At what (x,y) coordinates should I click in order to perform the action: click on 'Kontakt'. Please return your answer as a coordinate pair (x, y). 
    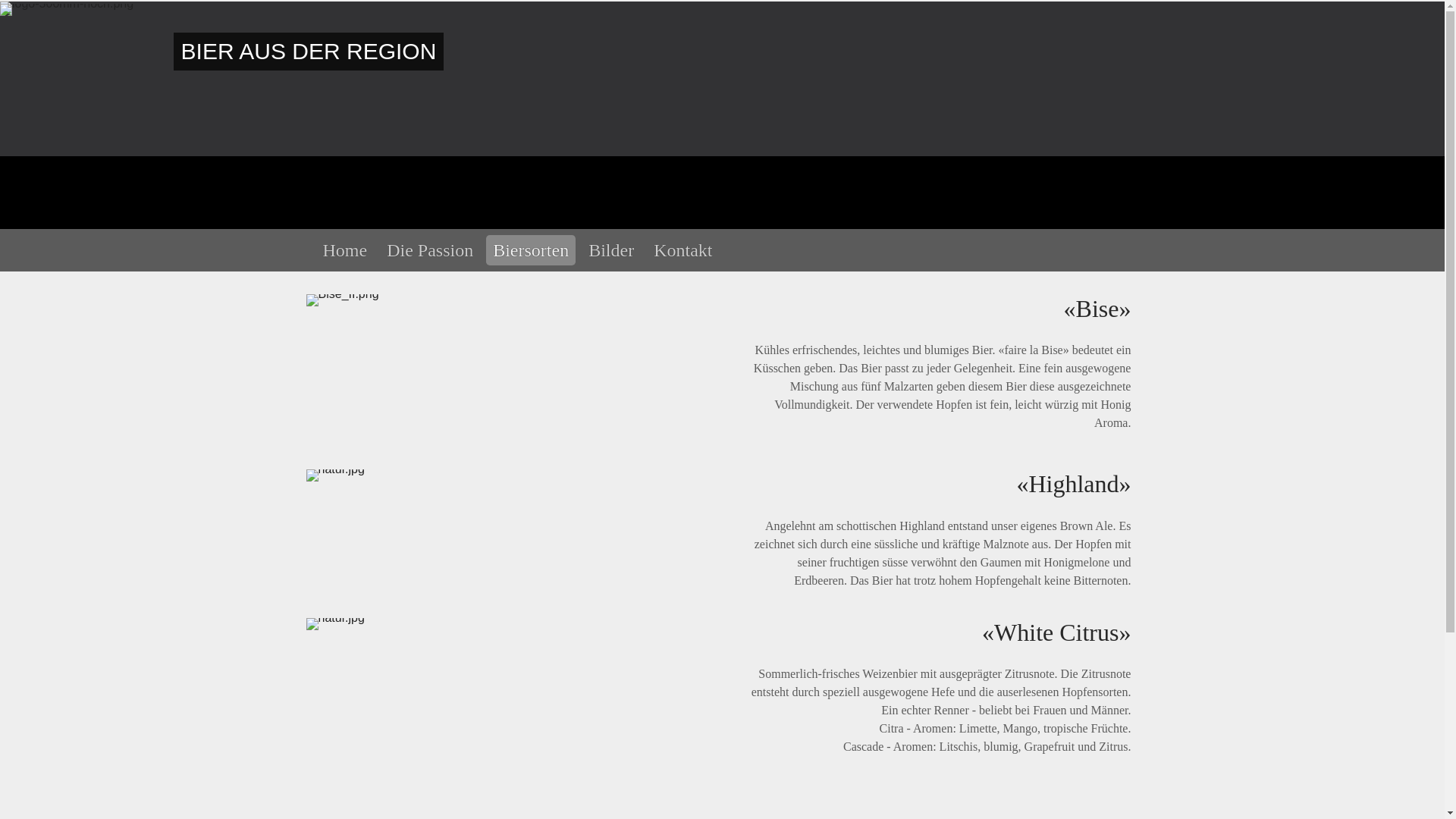
    Looking at the image, I should click on (682, 249).